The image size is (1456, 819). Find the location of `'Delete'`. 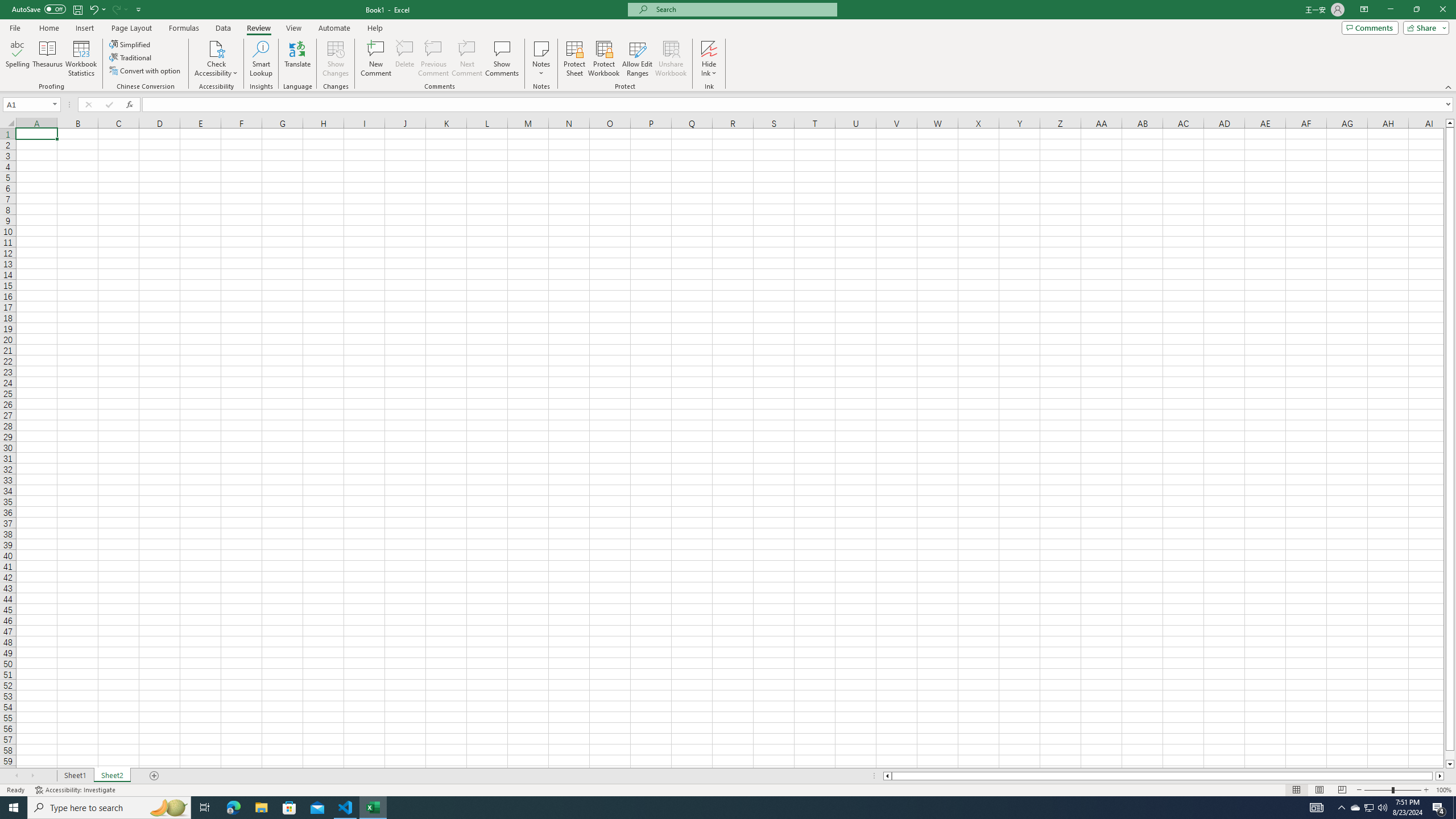

'Delete' is located at coordinates (404, 59).